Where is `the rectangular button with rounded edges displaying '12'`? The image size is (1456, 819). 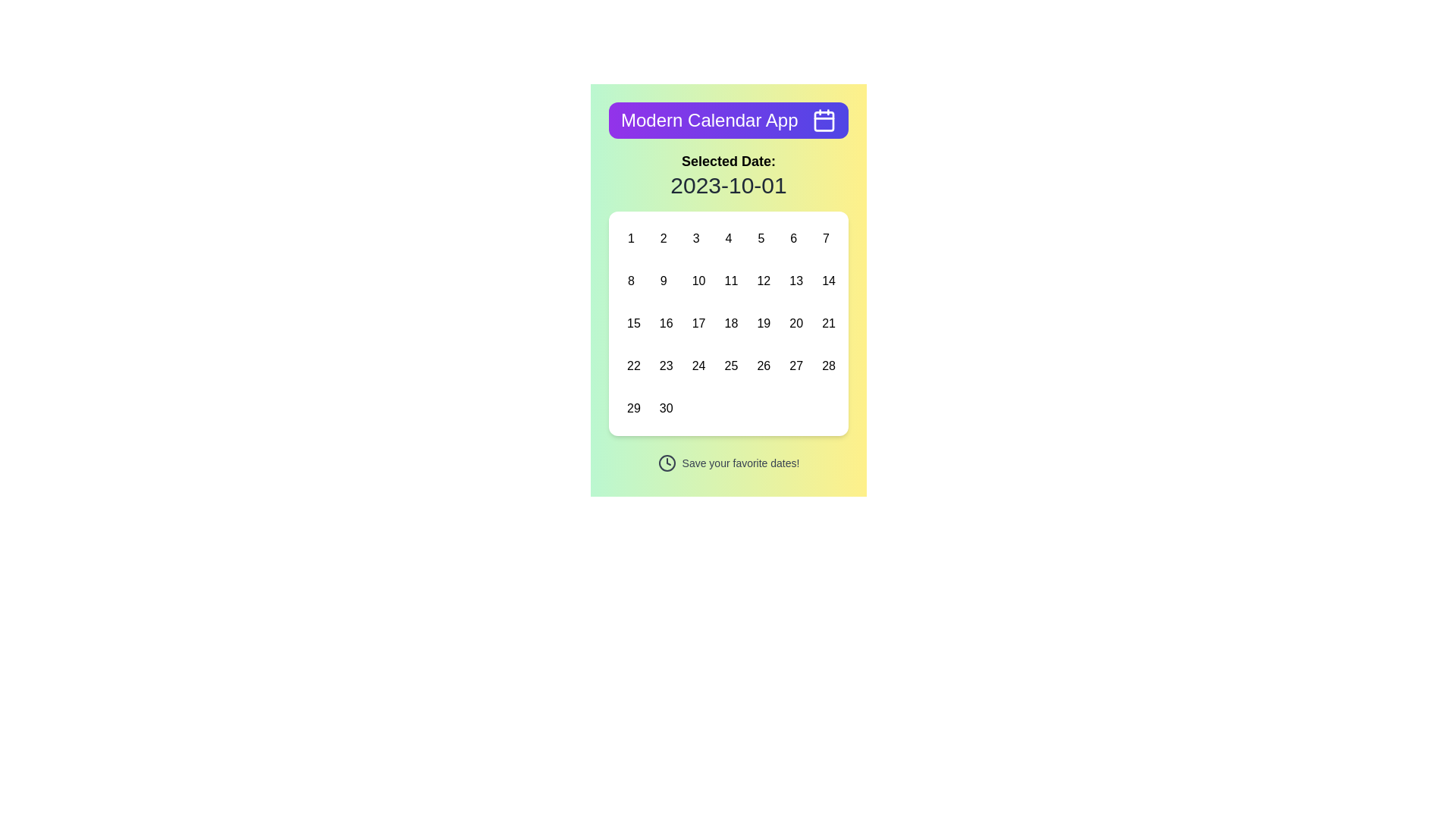 the rectangular button with rounded edges displaying '12' is located at coordinates (761, 281).